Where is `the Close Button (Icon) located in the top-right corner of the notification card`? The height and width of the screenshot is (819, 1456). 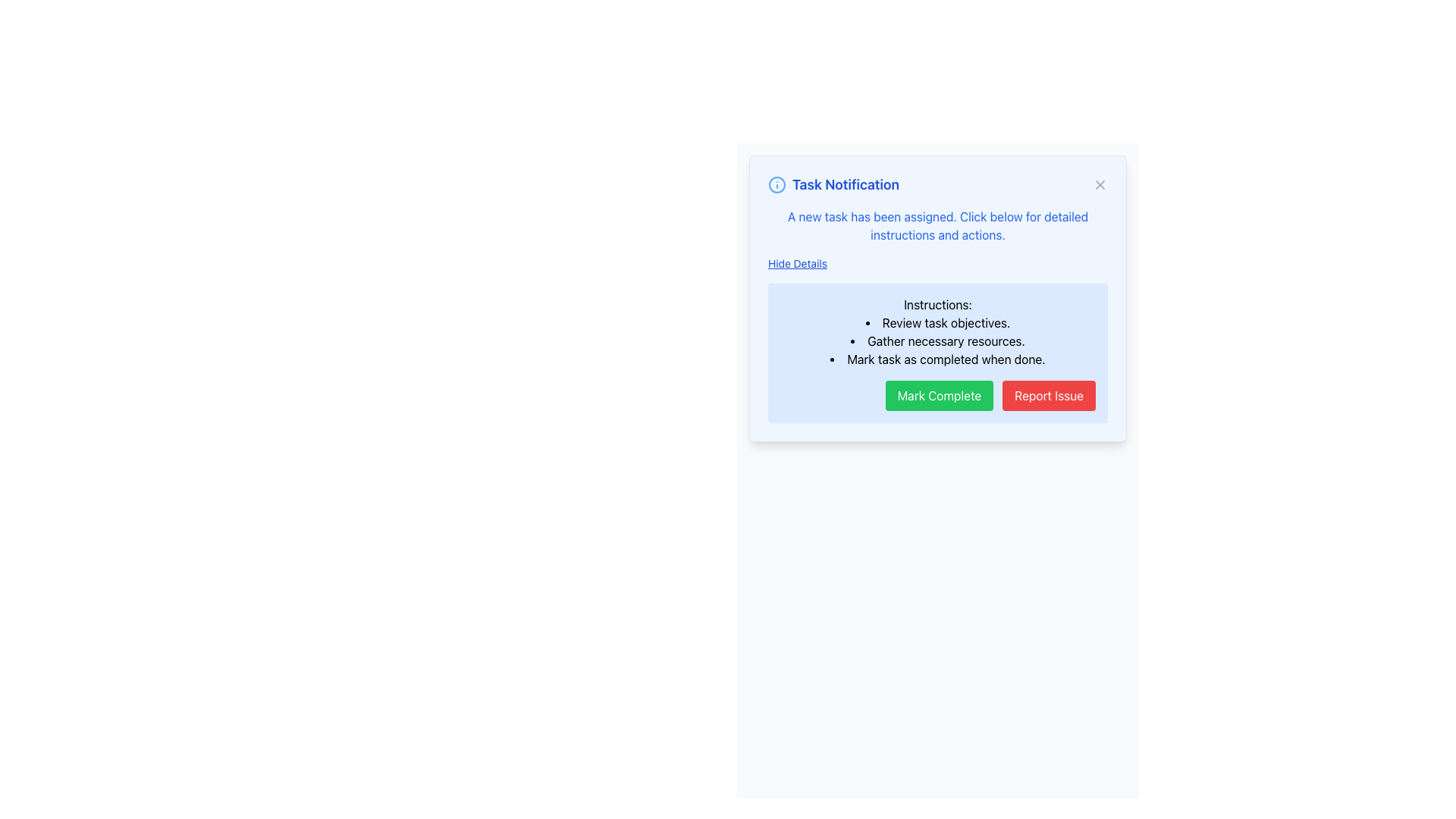 the Close Button (Icon) located in the top-right corner of the notification card is located at coordinates (1100, 184).